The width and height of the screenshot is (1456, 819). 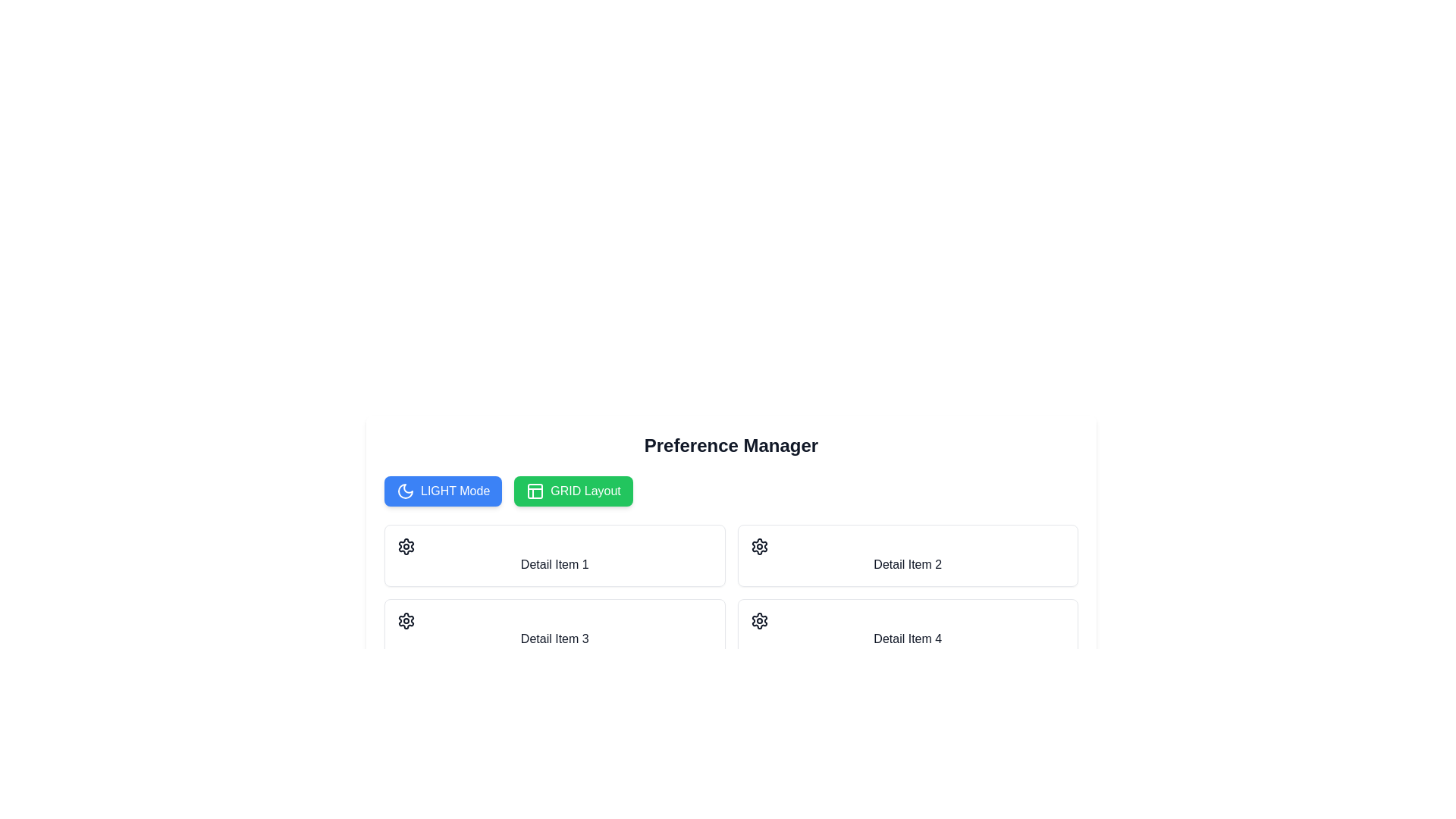 I want to click on the grid item labeled 'Detail Item 4' by performing a left click, so click(x=908, y=629).